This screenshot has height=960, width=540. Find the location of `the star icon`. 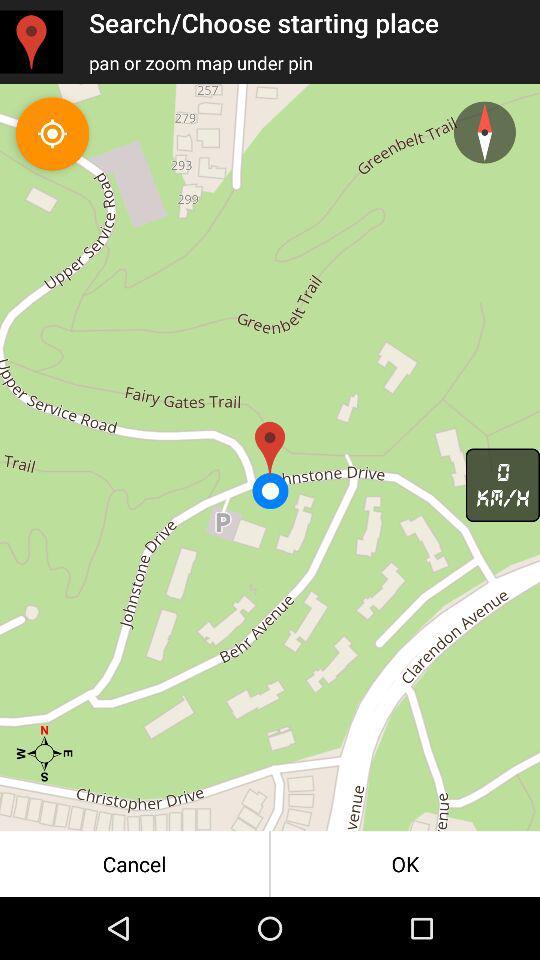

the star icon is located at coordinates (44, 752).